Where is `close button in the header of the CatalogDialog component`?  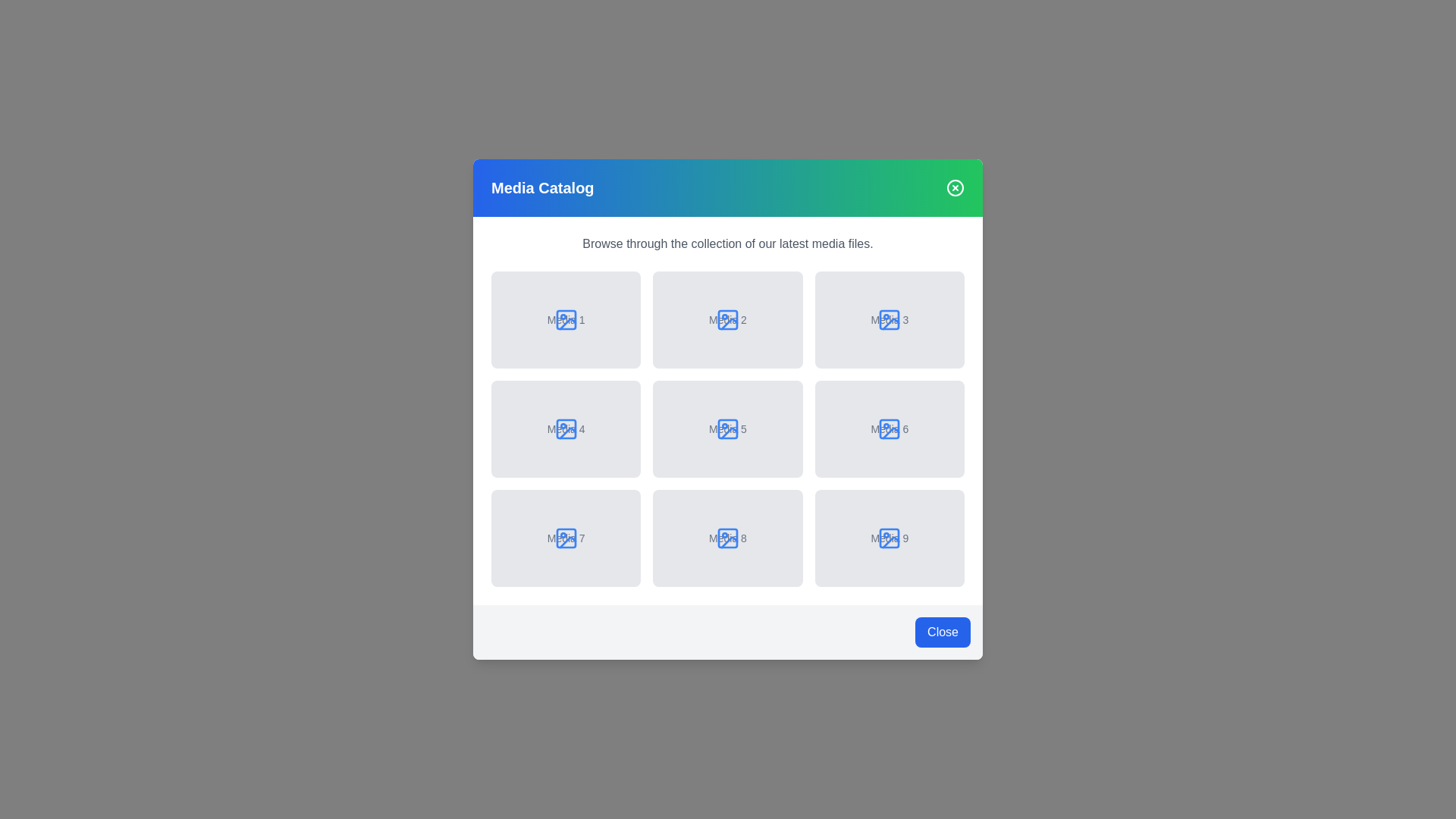
close button in the header of the CatalogDialog component is located at coordinates (954, 187).